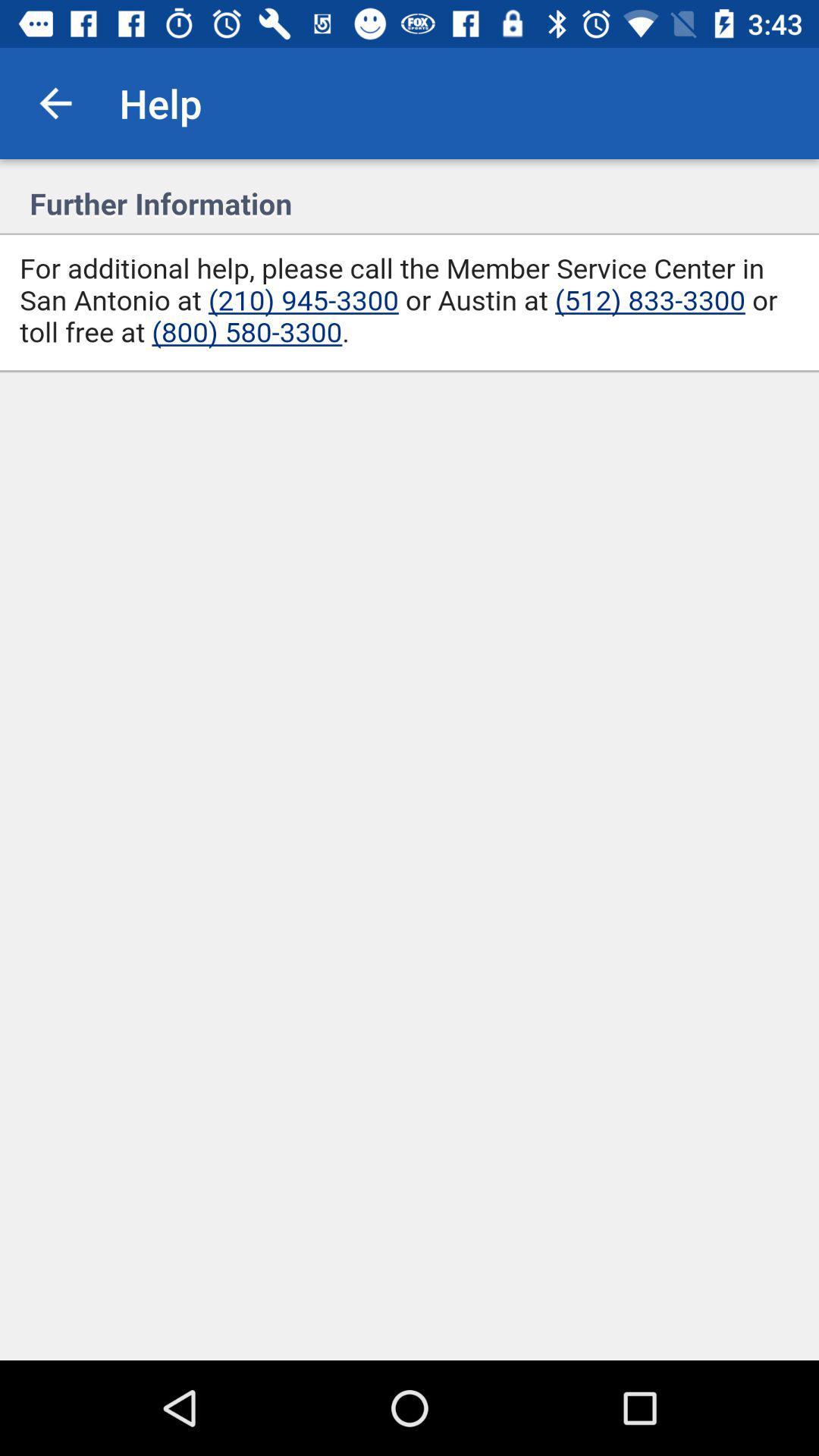 The image size is (819, 1456). I want to click on dail specific phone numbers to call service center, so click(409, 760).